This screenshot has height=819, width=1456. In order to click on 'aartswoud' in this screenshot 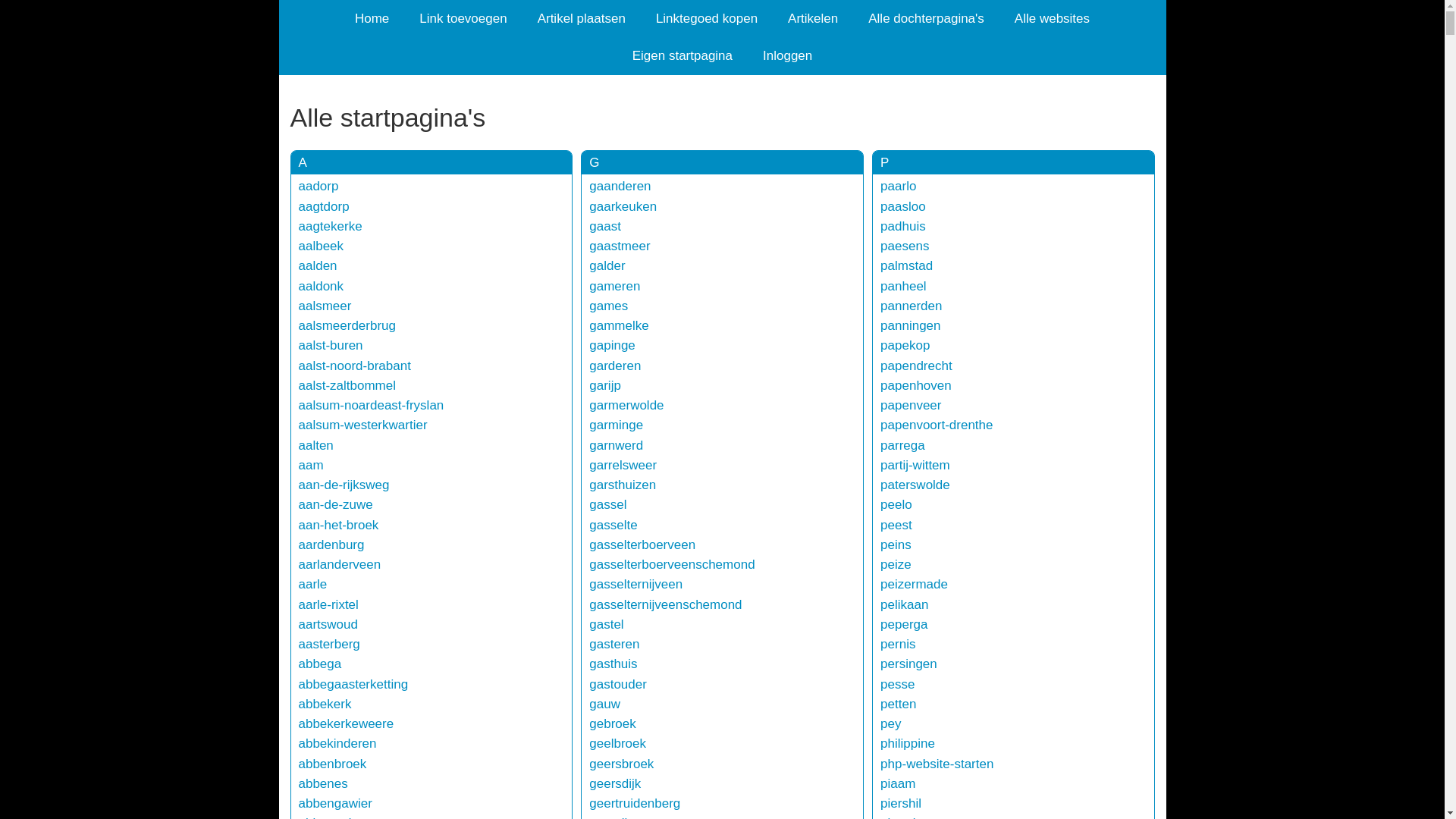, I will do `click(327, 624)`.